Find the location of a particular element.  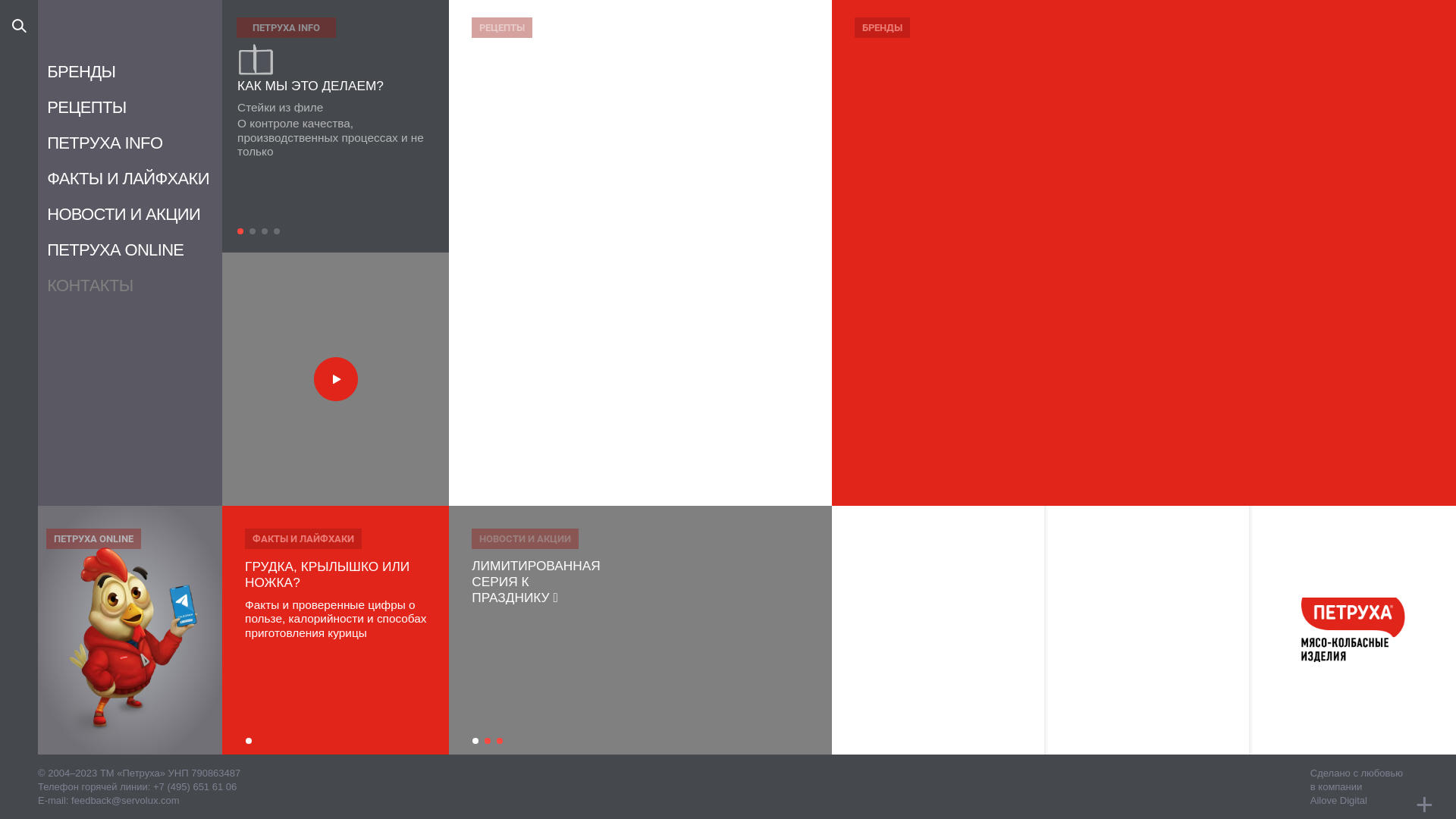

'feedback@servolux.com' is located at coordinates (125, 799).